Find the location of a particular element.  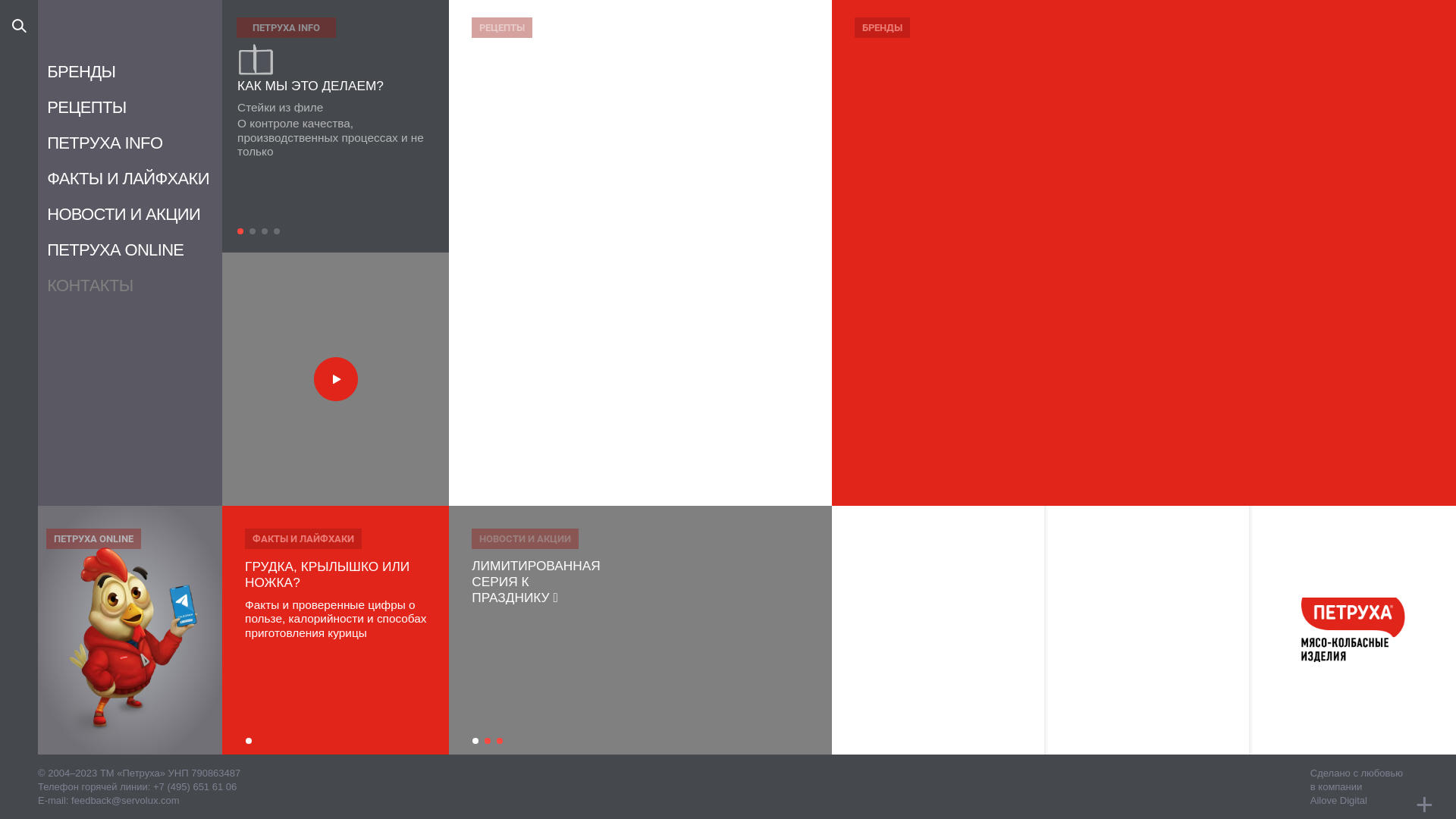

'feedback@servolux.com' is located at coordinates (125, 799).